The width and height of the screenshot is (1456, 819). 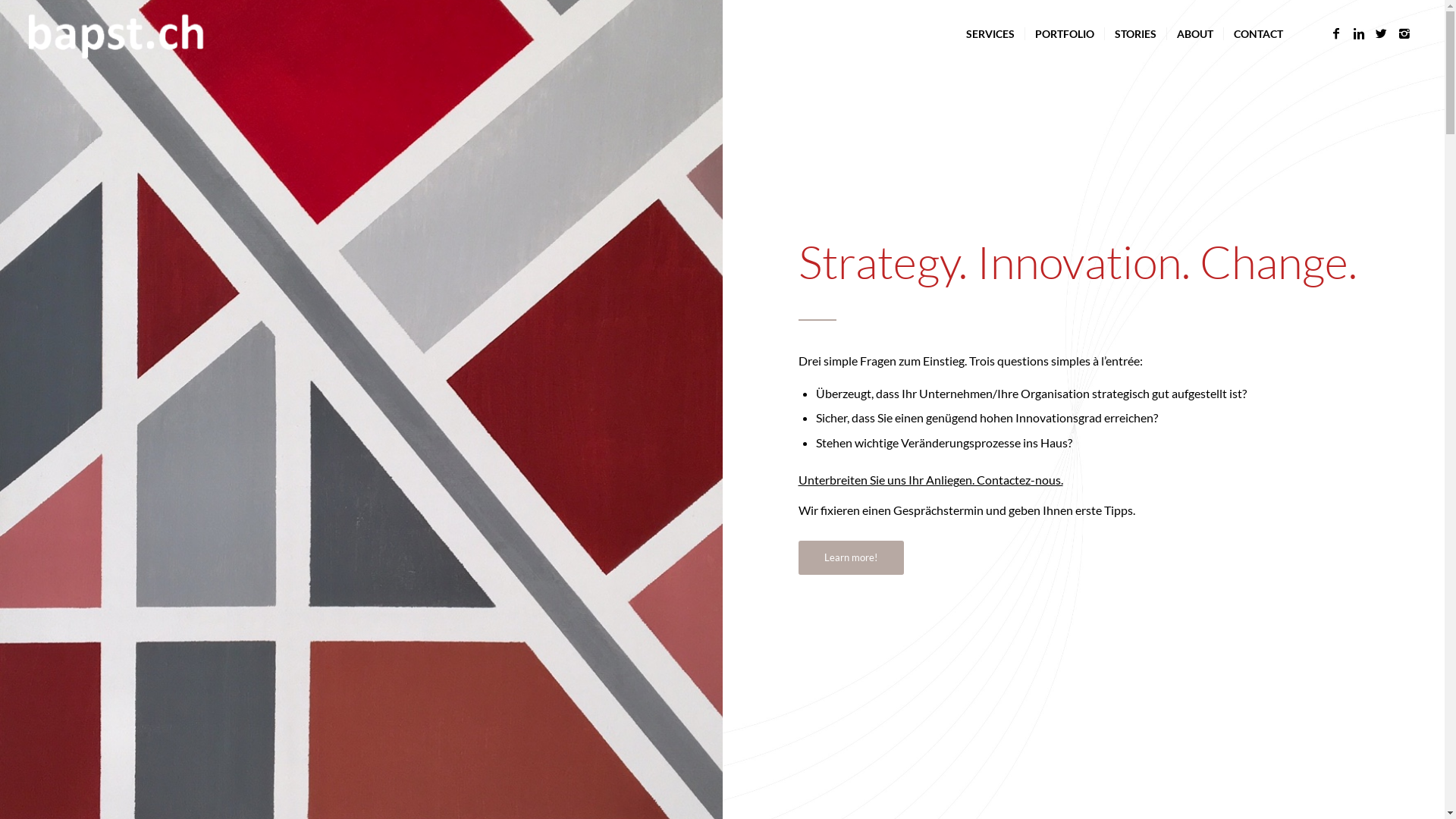 I want to click on 'Twitter', so click(x=1370, y=33).